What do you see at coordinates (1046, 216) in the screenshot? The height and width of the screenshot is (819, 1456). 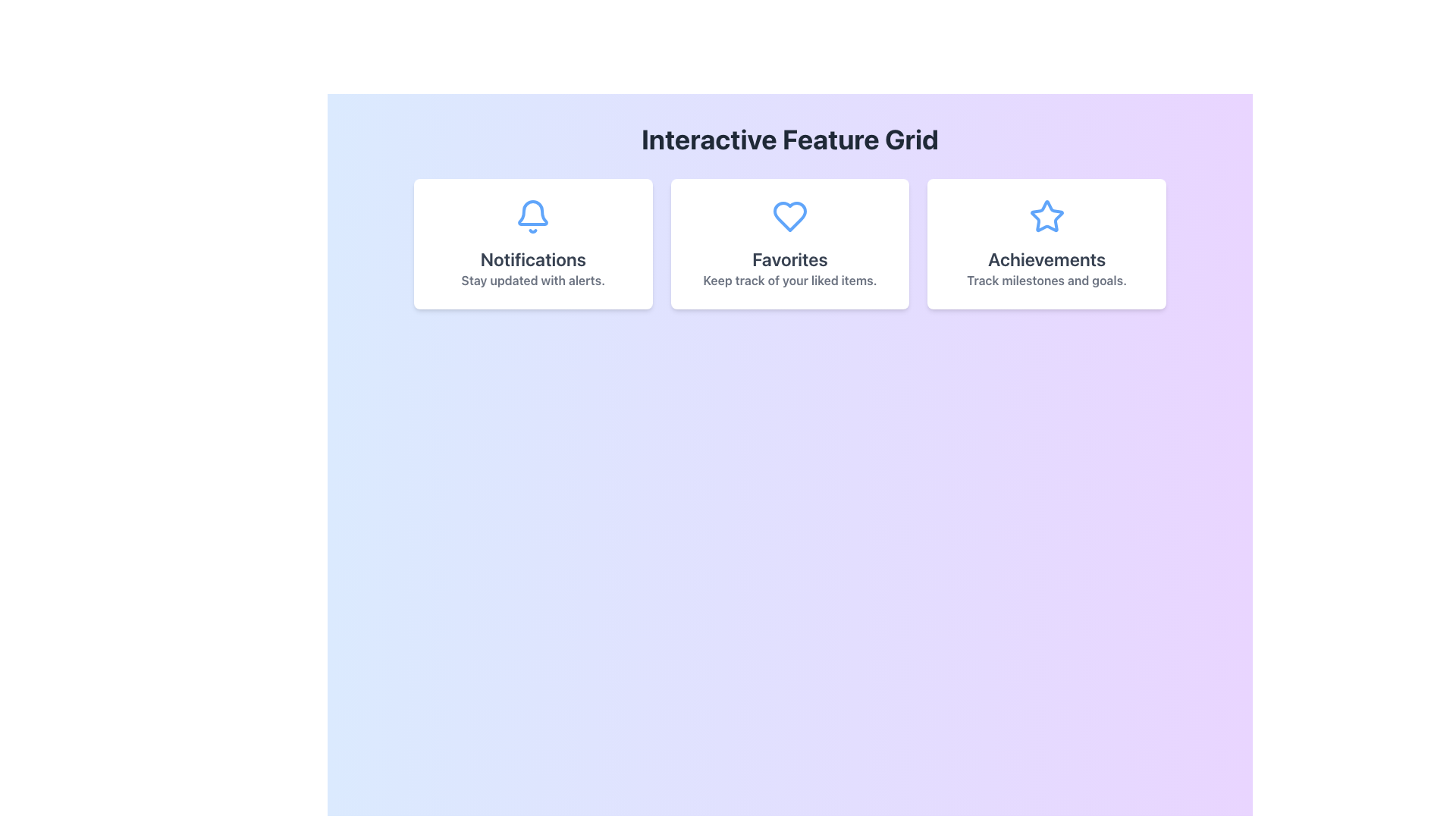 I see `the blue star-shaped icon with a hollow center located above the 'Achievements' text in the rightmost card of the 'Interactive Feature Grid'` at bounding box center [1046, 216].